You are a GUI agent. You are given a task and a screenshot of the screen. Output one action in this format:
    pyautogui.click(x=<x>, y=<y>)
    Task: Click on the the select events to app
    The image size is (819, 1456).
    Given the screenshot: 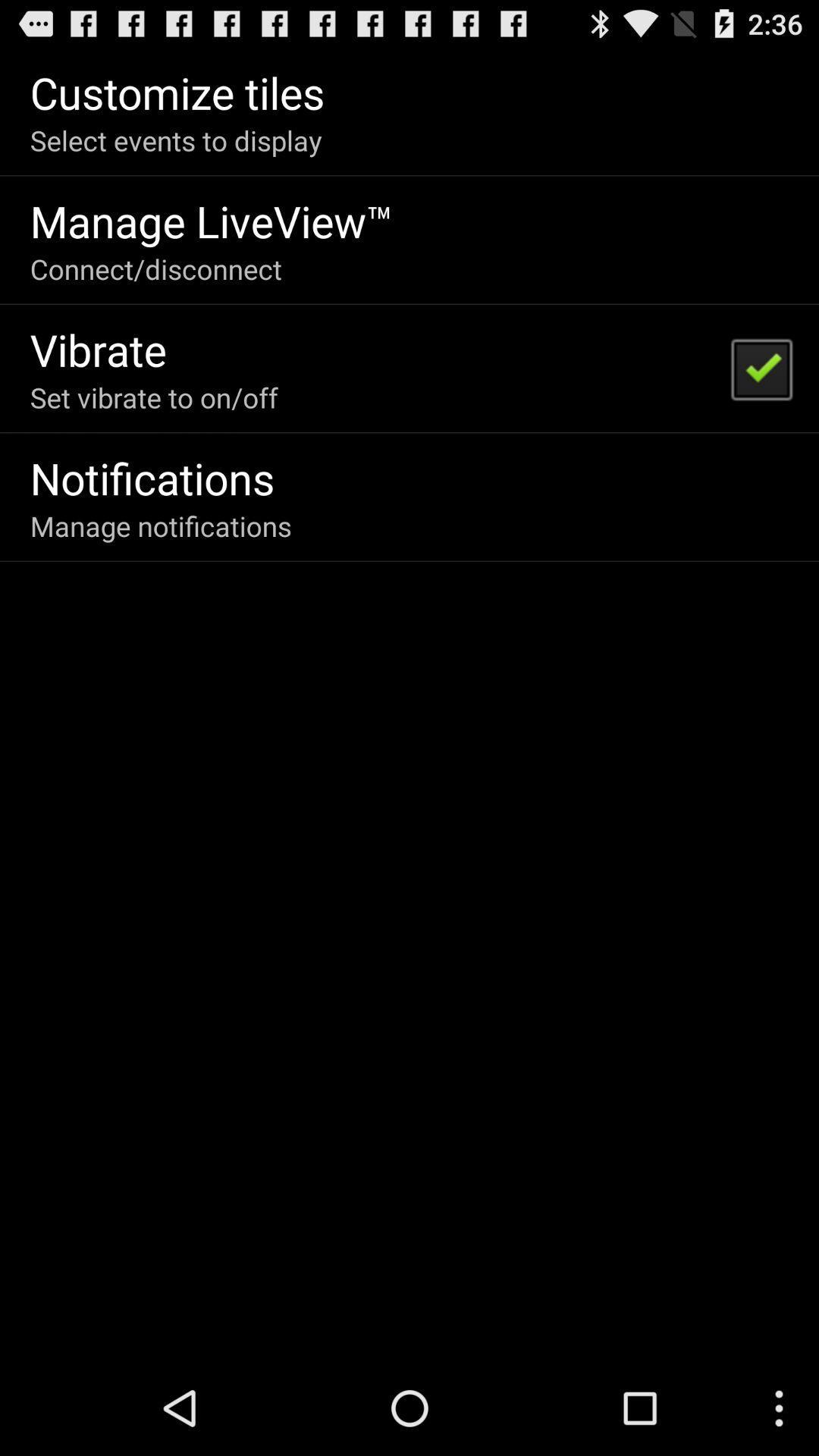 What is the action you would take?
    pyautogui.click(x=175, y=140)
    